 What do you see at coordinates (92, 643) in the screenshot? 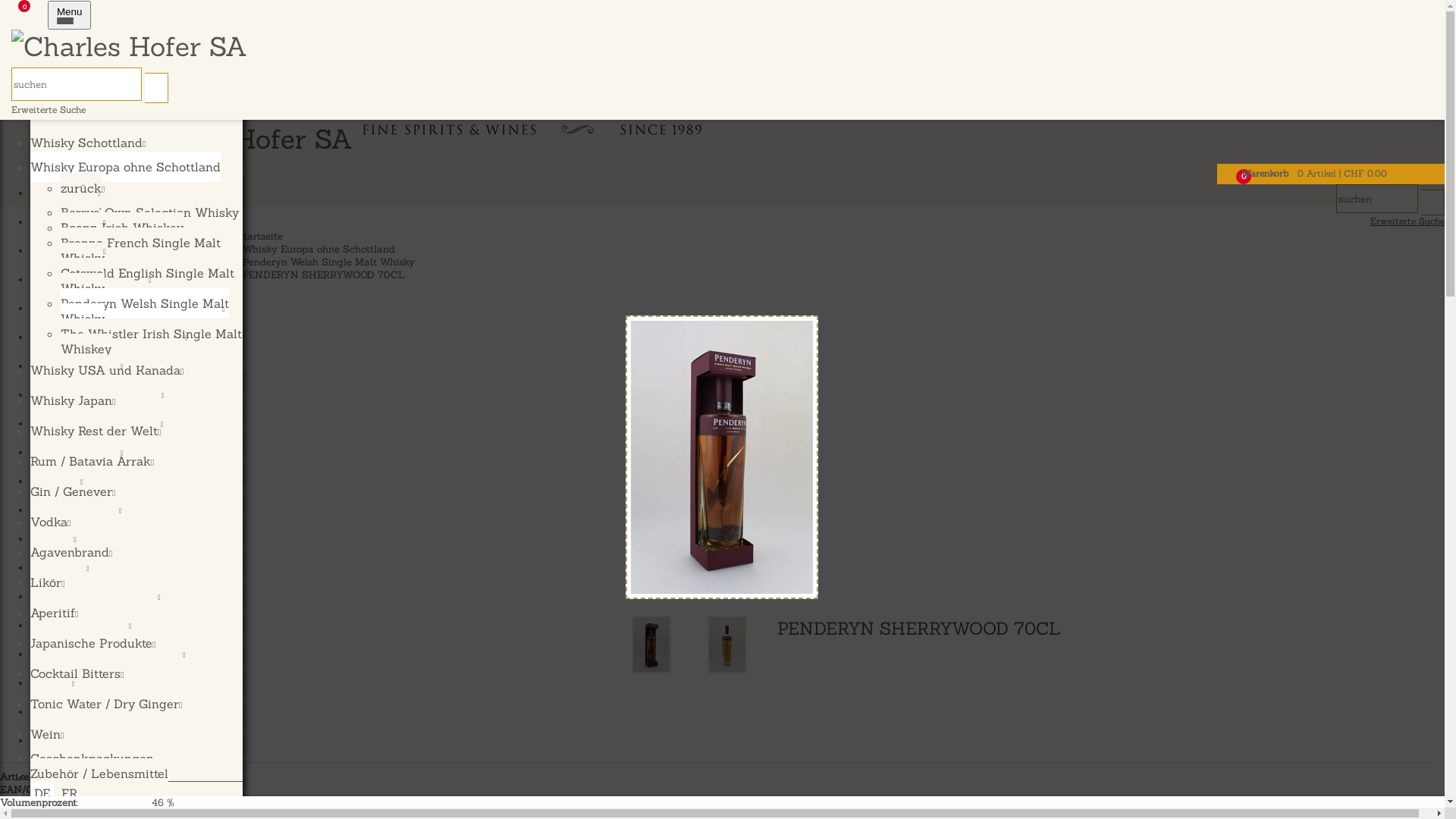
I see `'Japanische Produkte'` at bounding box center [92, 643].